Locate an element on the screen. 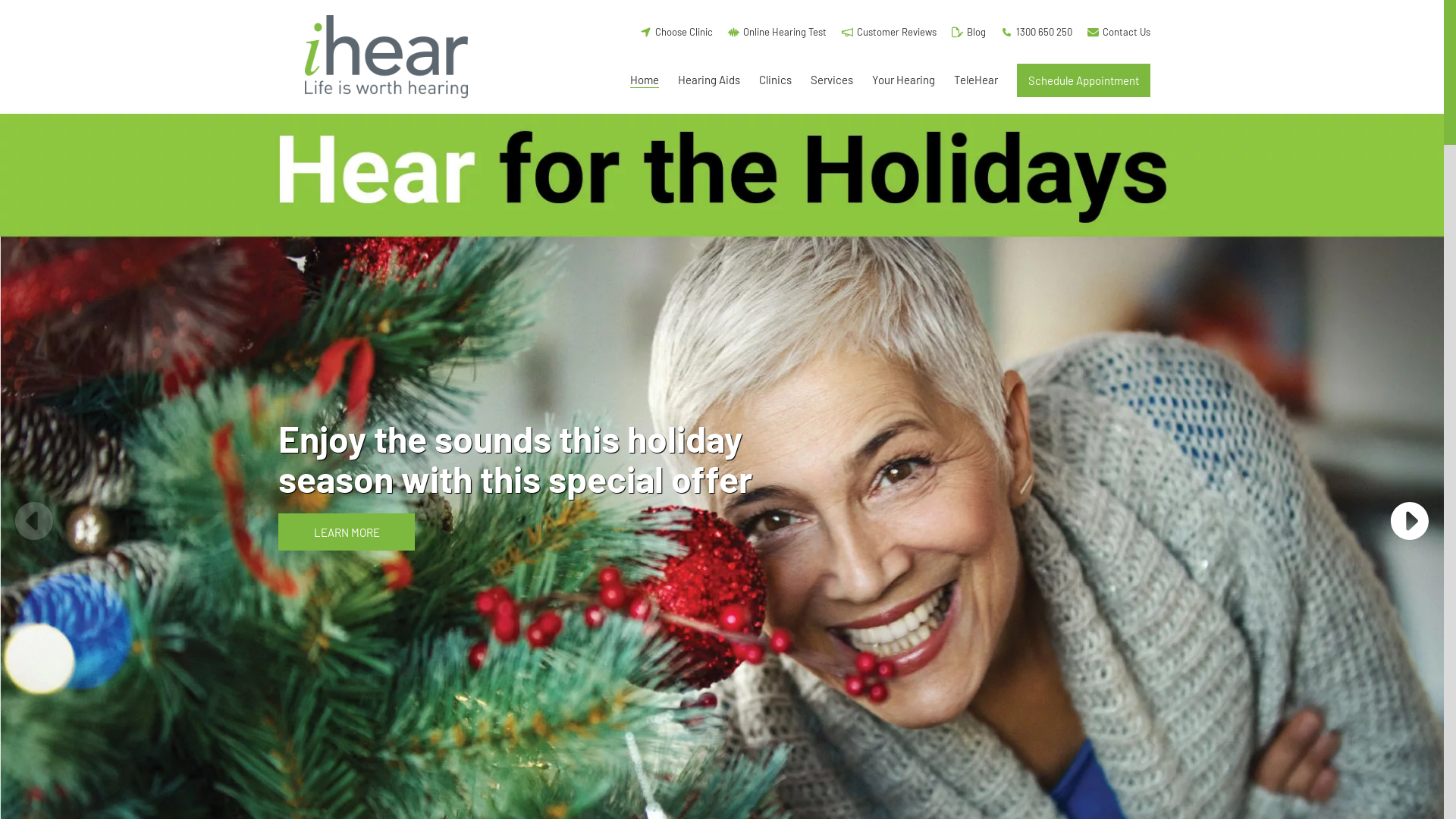 This screenshot has height=819, width=1456. 'Online Hearing Test' is located at coordinates (728, 31).